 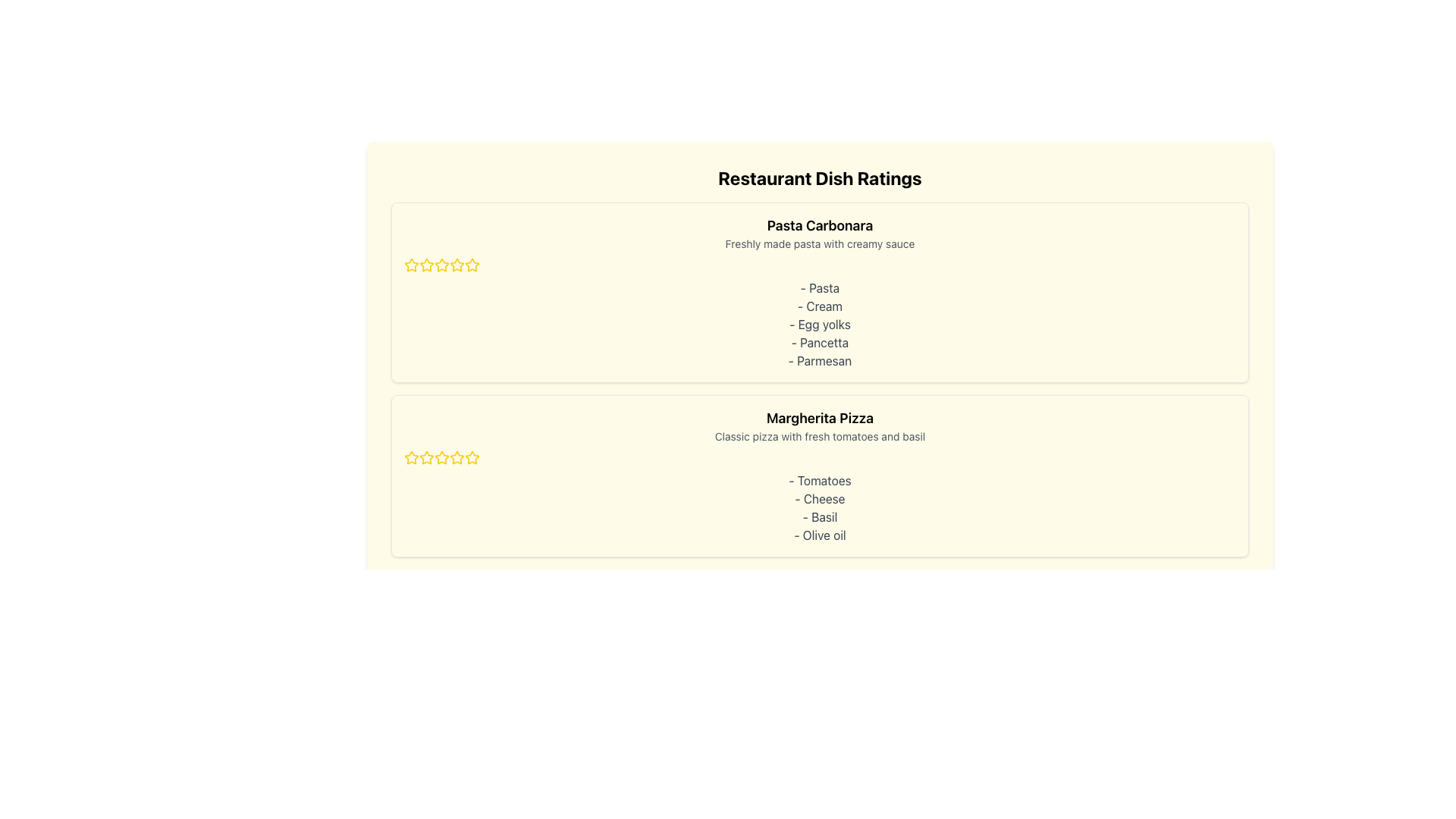 I want to click on the fifth yellow outlined star icon in the rating section of the 'Pasta Carbonara' card, so click(x=441, y=265).